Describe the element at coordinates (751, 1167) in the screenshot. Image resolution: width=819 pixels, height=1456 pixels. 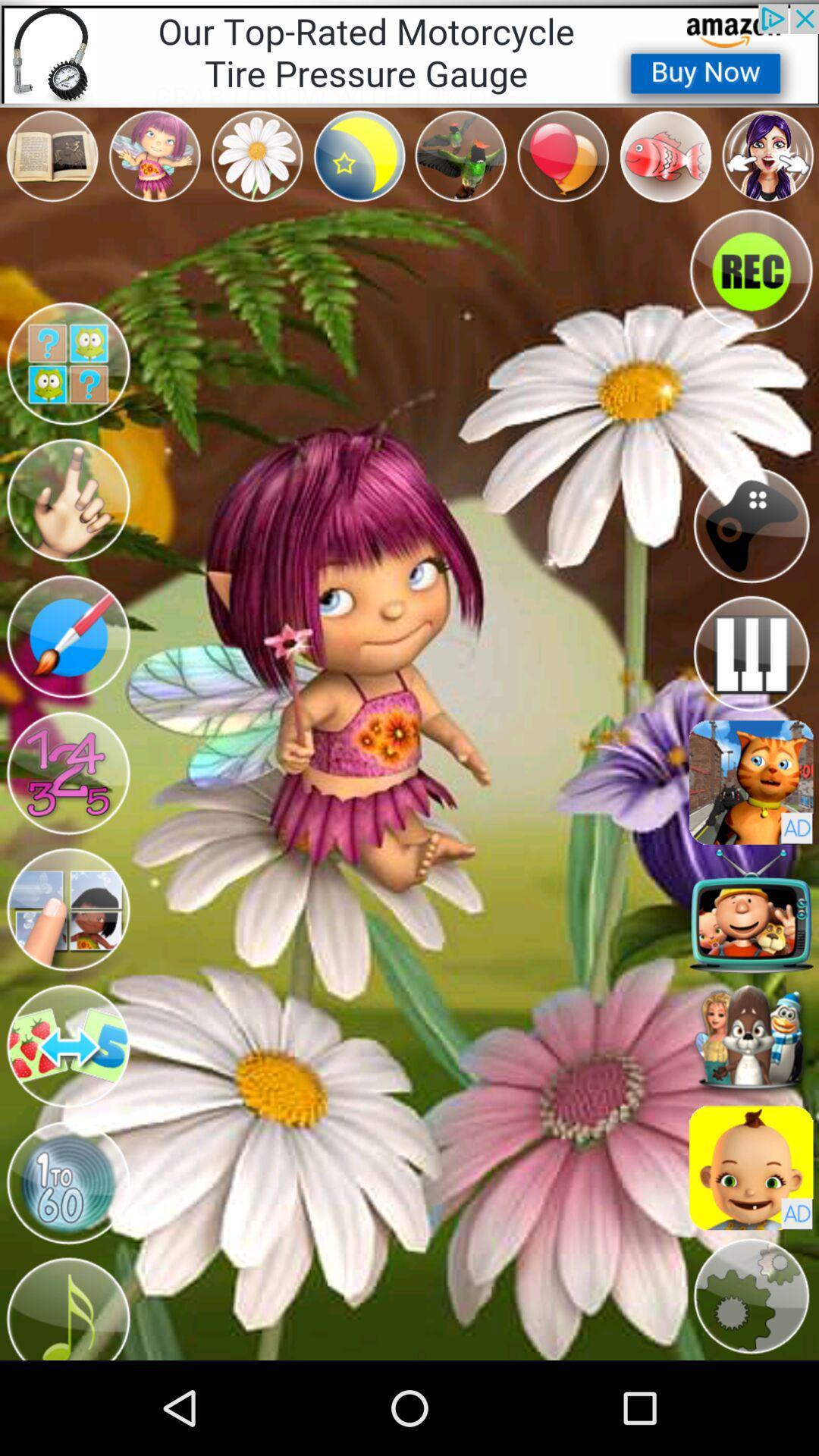
I see `open advertisement` at that location.